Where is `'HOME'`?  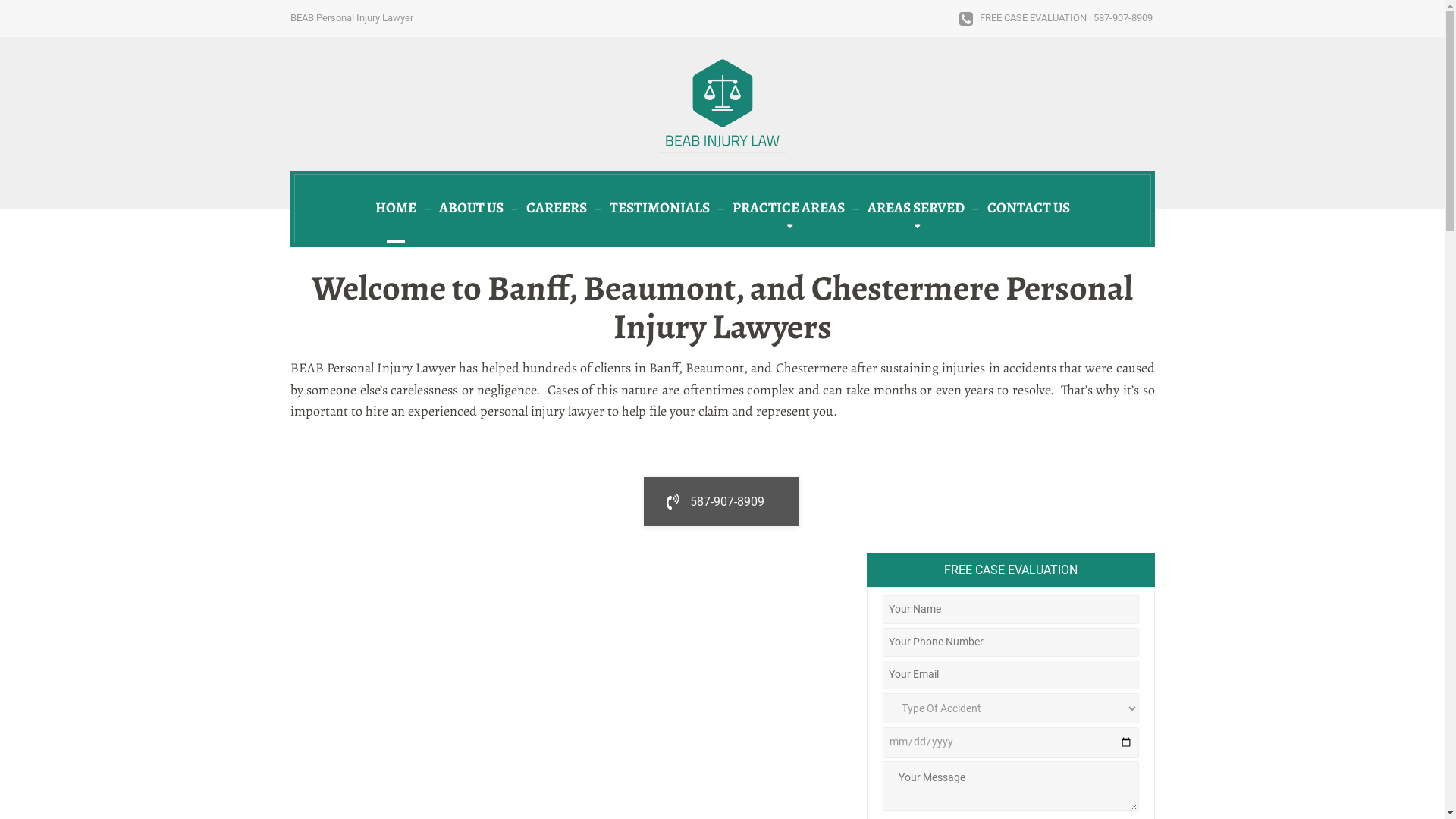
'HOME' is located at coordinates (396, 209).